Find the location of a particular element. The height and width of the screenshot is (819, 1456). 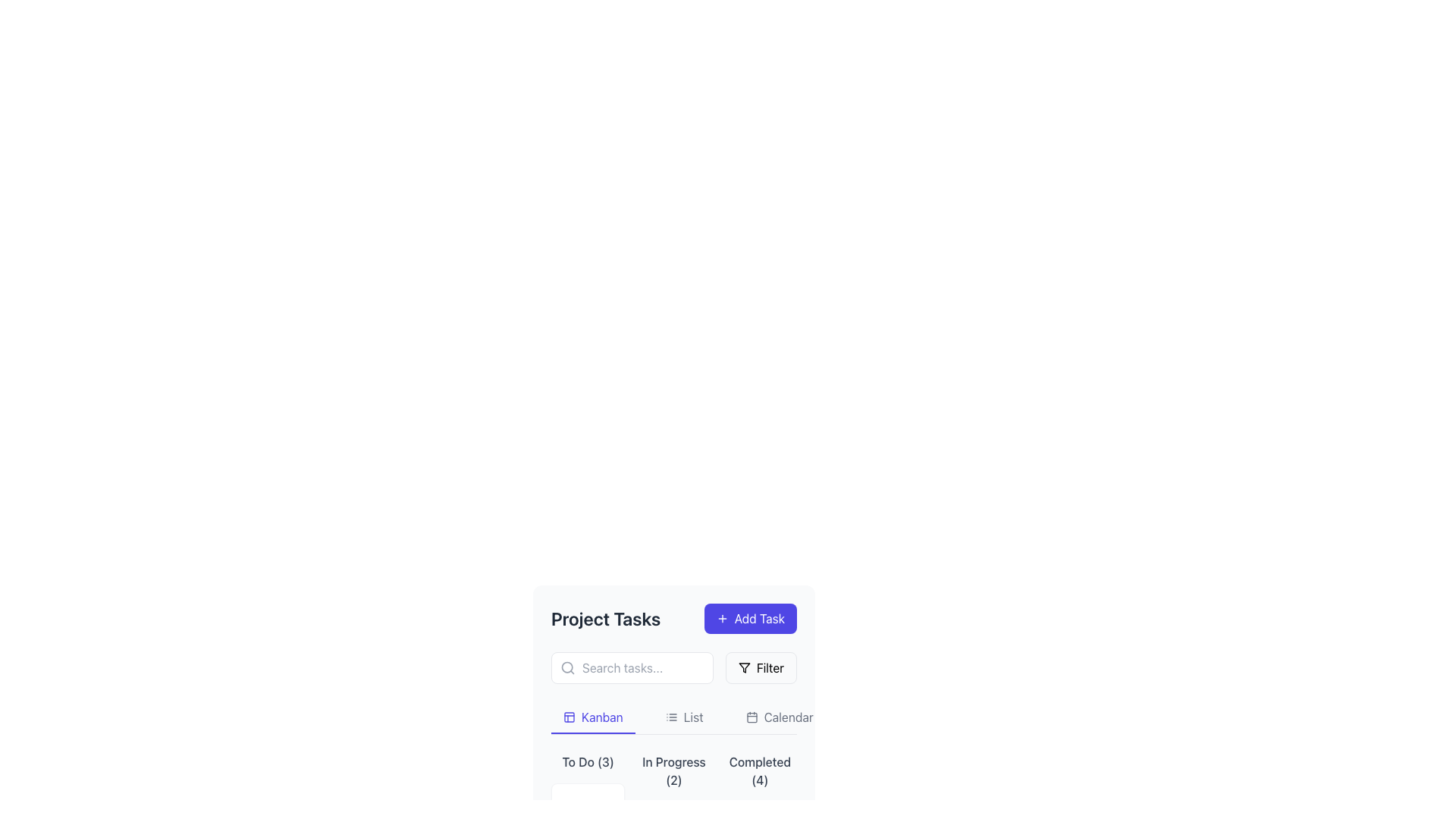

static text label displaying 'In Progress (2)', which is styled in gray and located centrally within the project tasks section is located at coordinates (673, 771).